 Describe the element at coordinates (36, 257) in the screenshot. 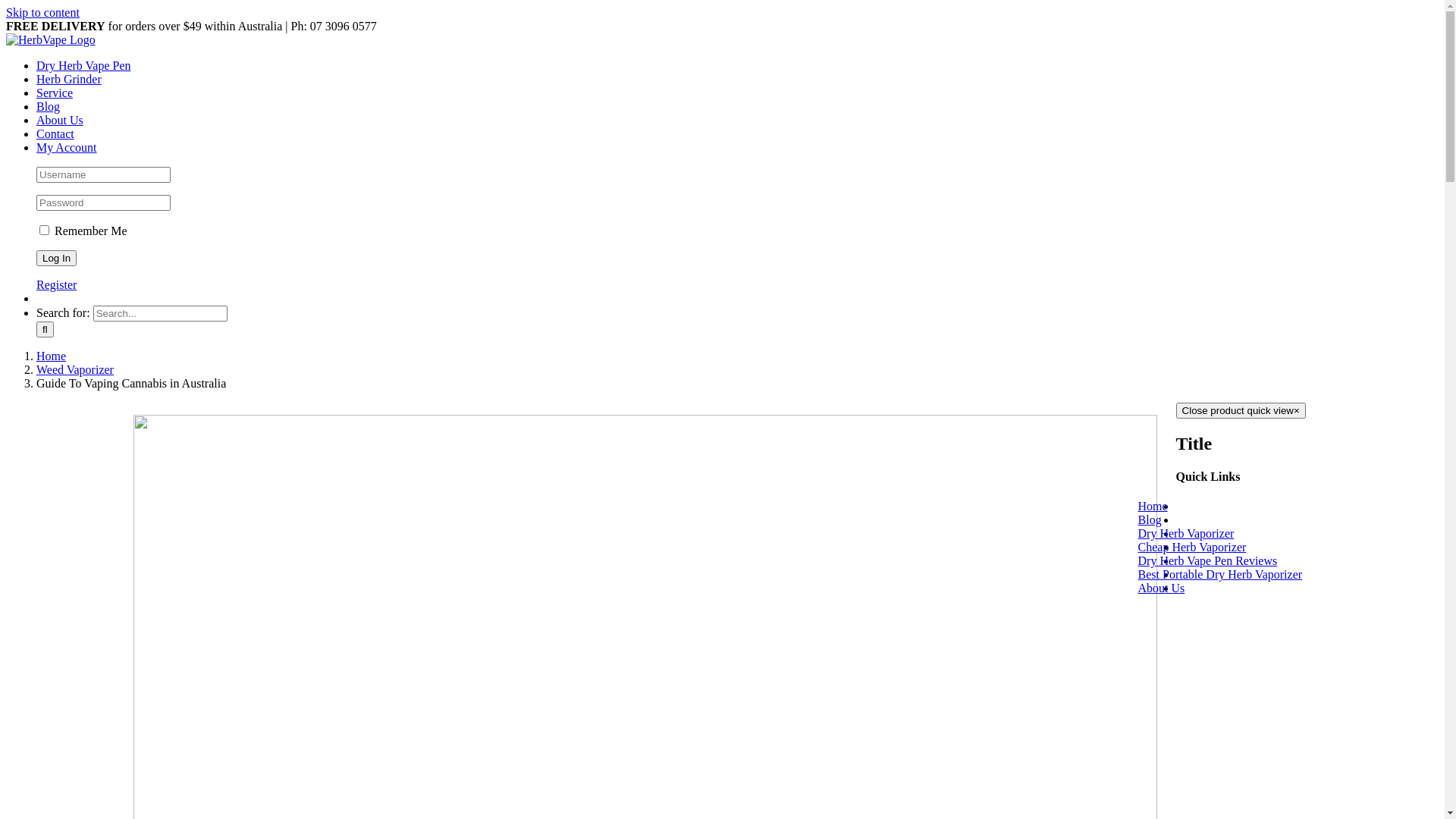

I see `'Log In'` at that location.